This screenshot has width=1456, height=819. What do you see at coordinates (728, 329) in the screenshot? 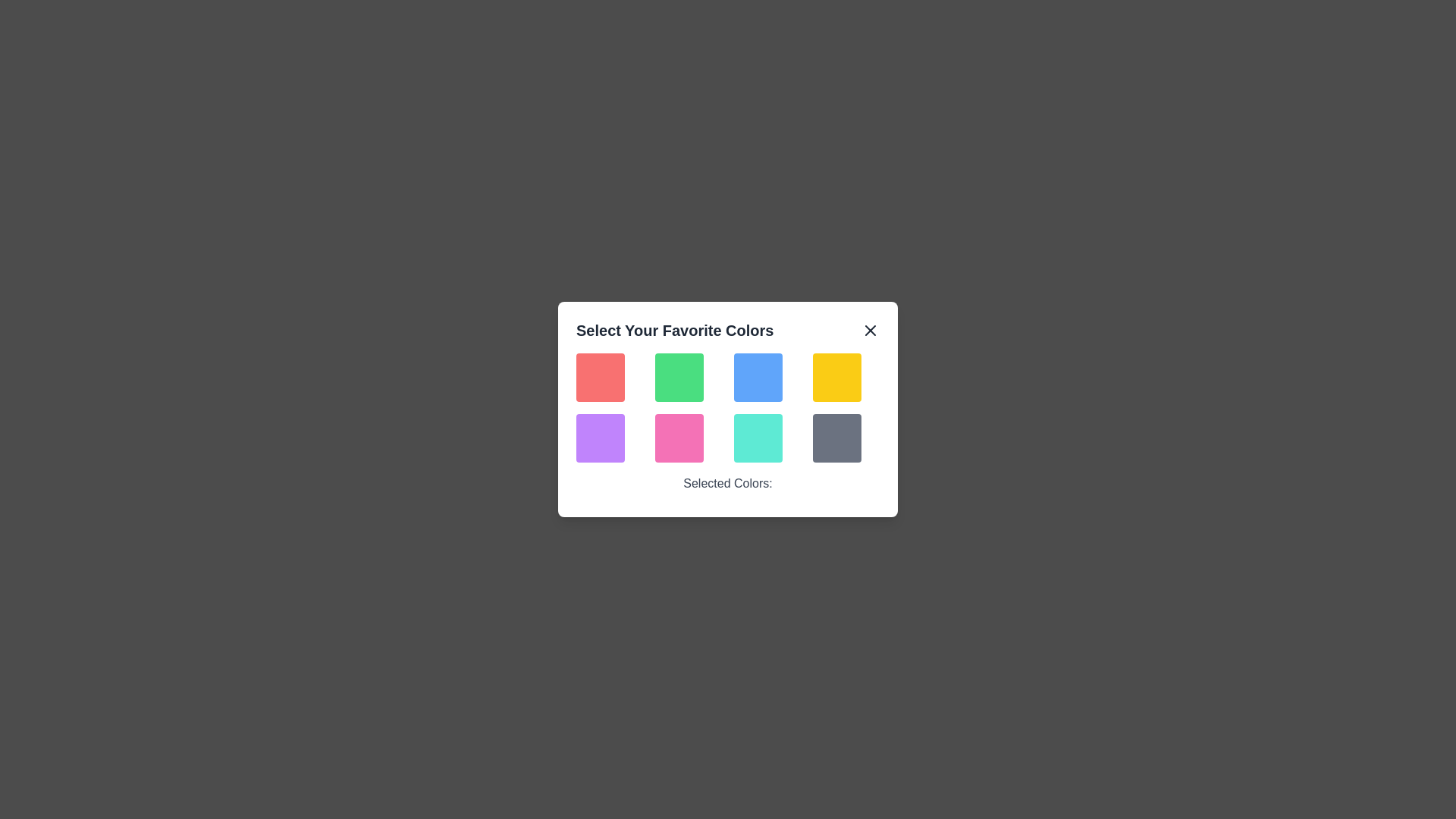
I see `the header text 'Select Your Favorite Colors'` at bounding box center [728, 329].